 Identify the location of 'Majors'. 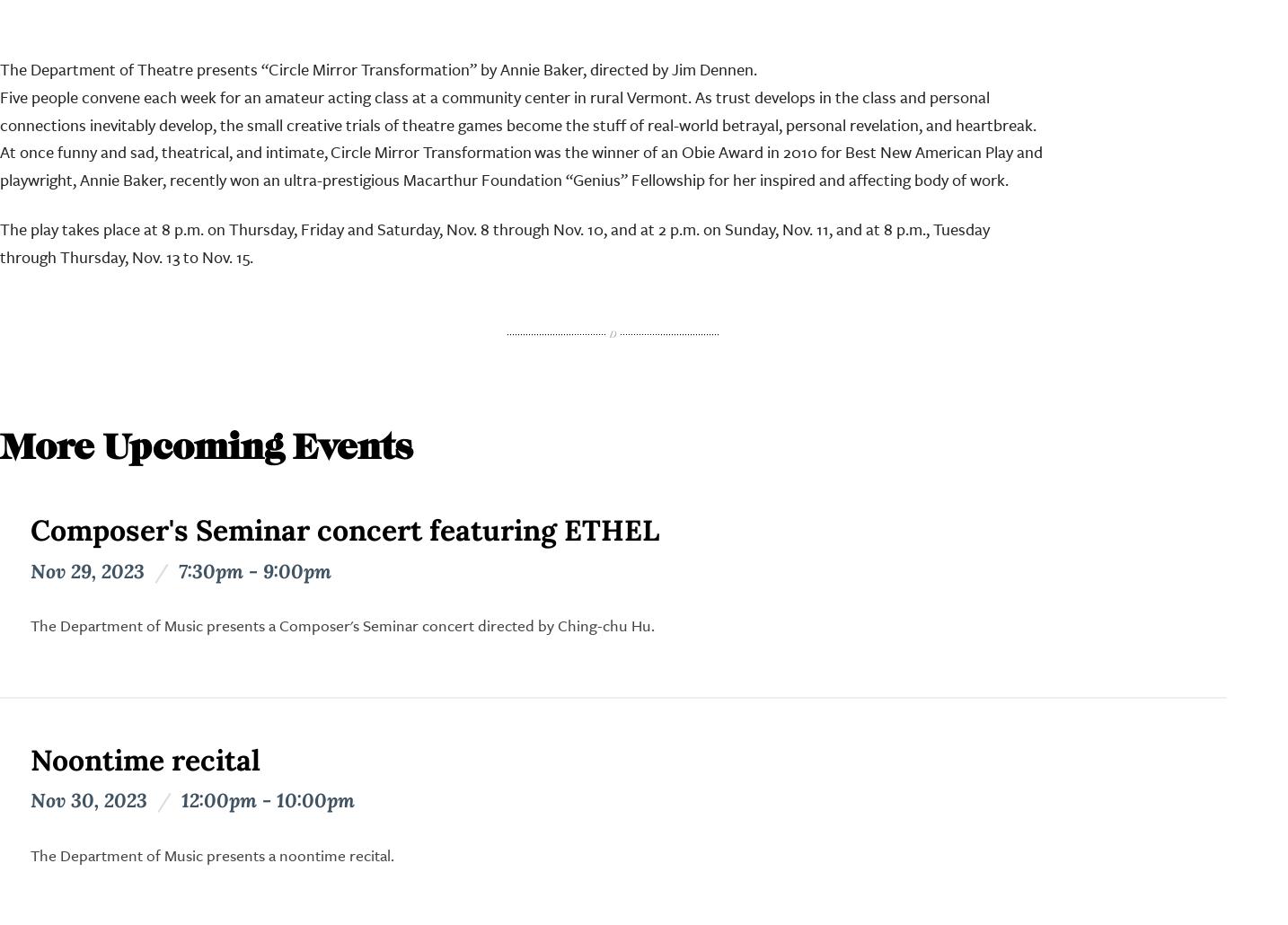
(1191, 356).